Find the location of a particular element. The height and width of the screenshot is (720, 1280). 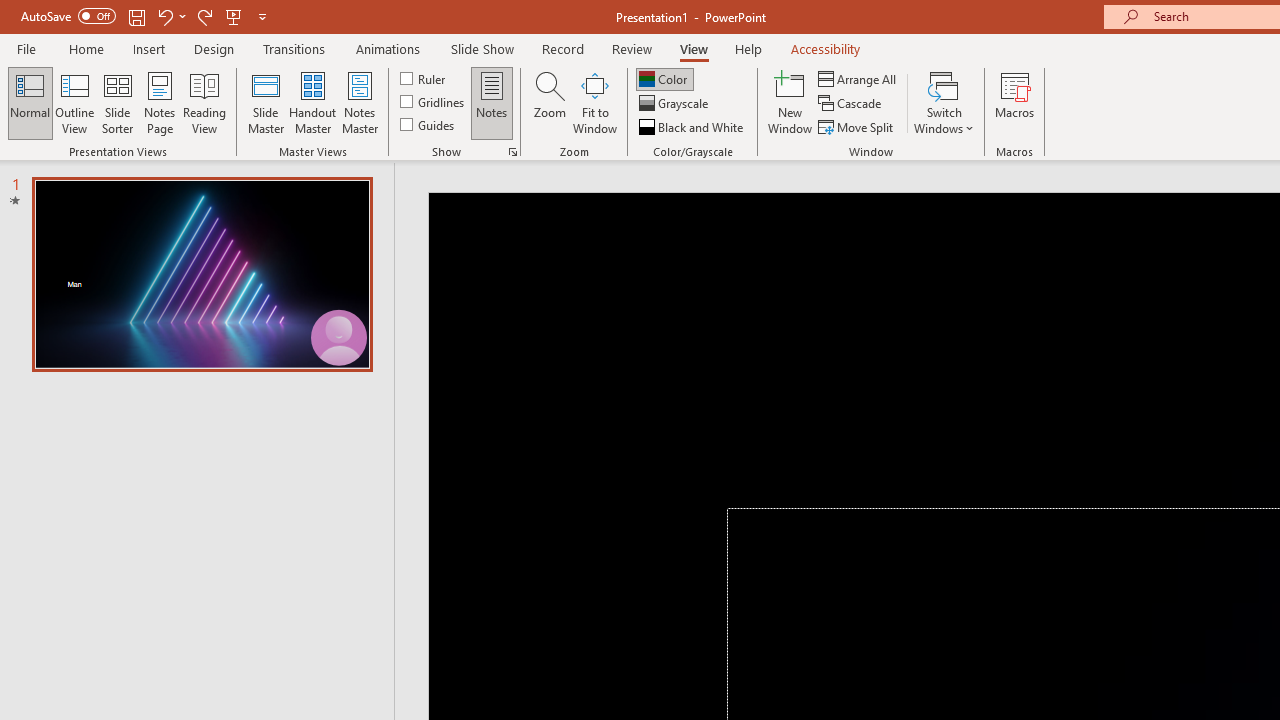

'Ruler' is located at coordinates (423, 77).